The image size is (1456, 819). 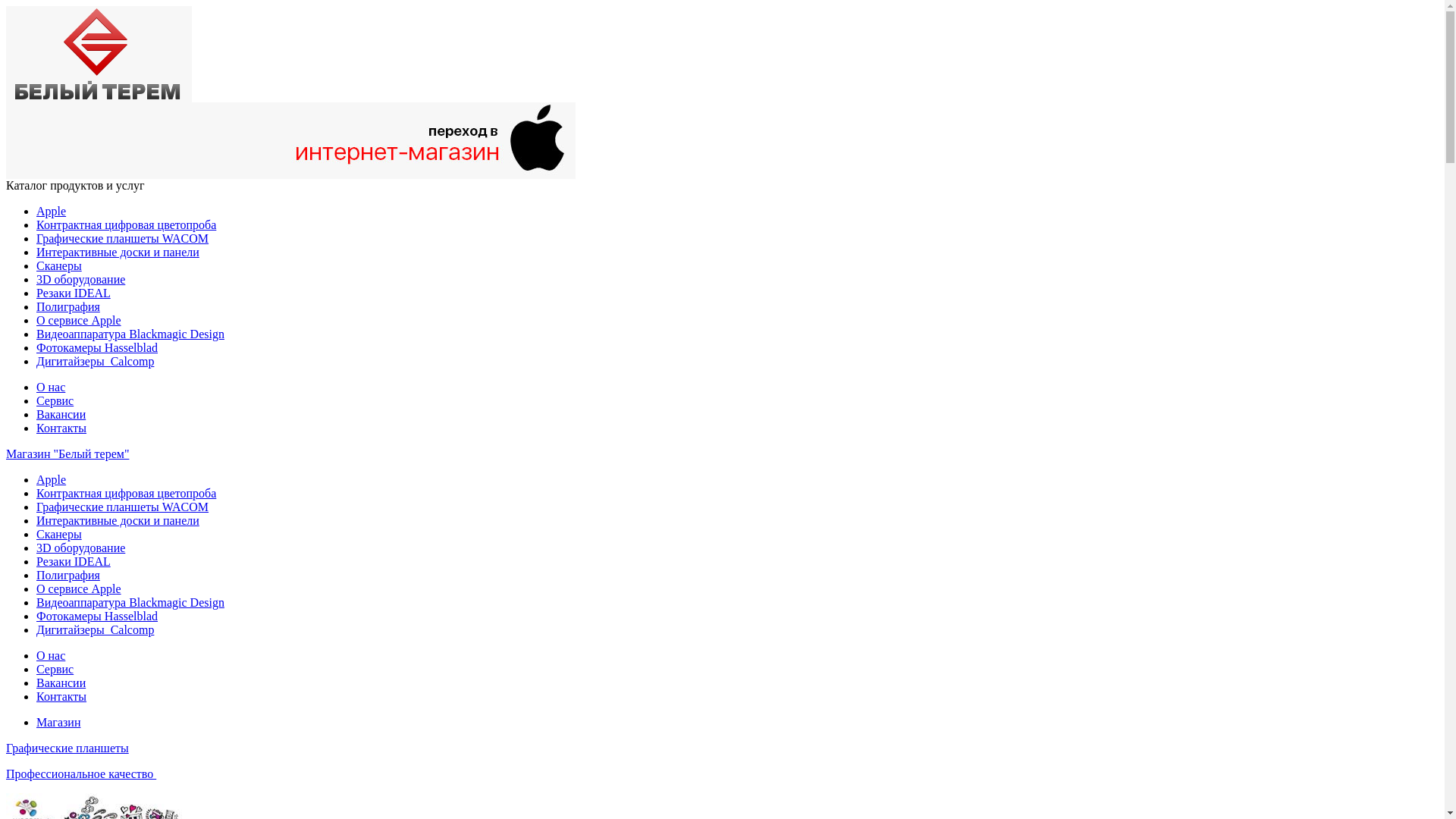 What do you see at coordinates (51, 211) in the screenshot?
I see `'Apple'` at bounding box center [51, 211].